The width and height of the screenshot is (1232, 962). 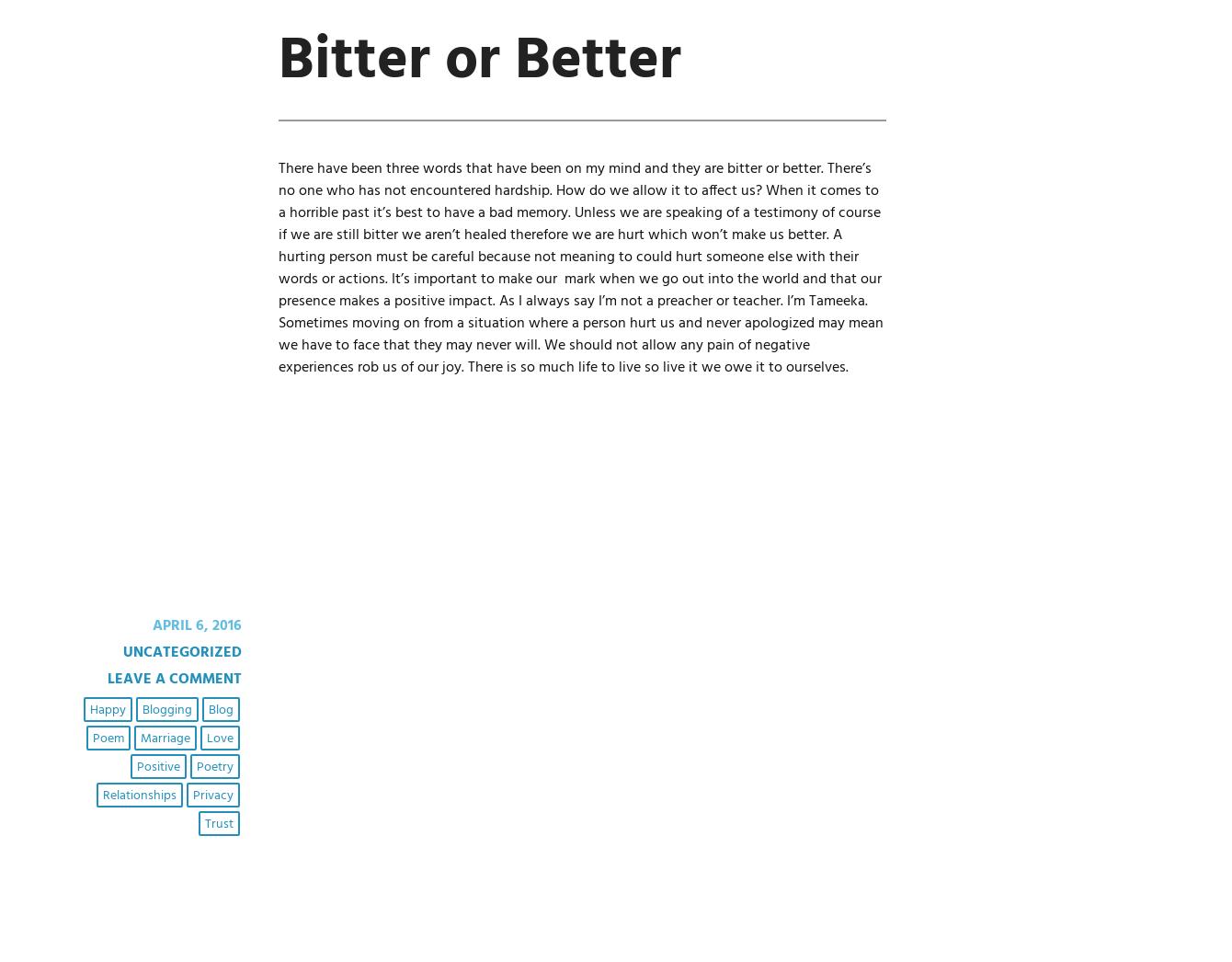 I want to click on 'love', so click(x=205, y=738).